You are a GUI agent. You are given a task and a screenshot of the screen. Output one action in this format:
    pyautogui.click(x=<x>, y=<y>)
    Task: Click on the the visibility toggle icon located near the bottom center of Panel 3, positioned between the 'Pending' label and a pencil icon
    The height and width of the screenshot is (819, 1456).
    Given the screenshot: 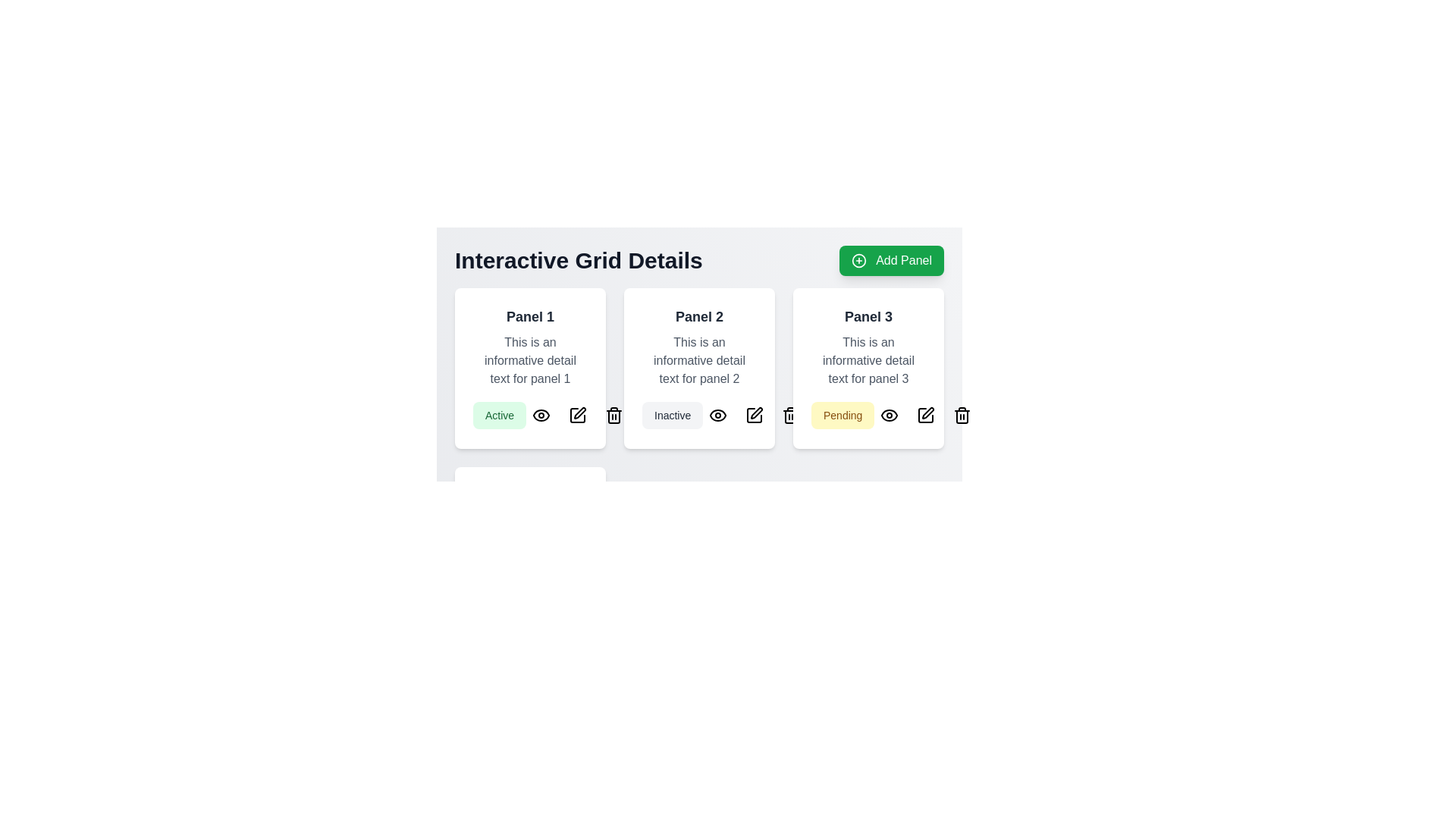 What is the action you would take?
    pyautogui.click(x=890, y=415)
    